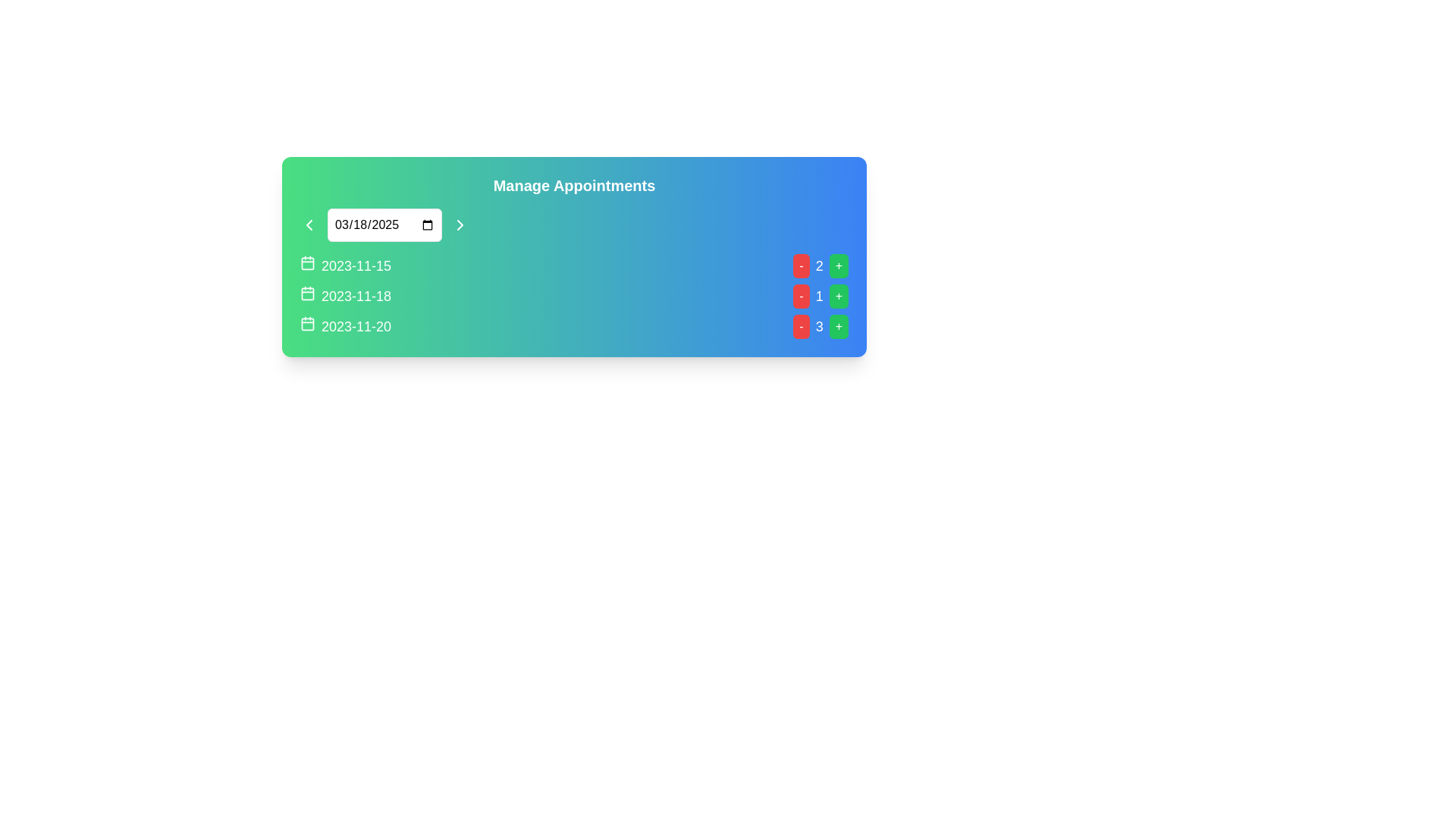  I want to click on the date entry button displaying the date '2023-11-18' with a calendar icon, which is the second item in the vertical list of date entries, so click(345, 296).